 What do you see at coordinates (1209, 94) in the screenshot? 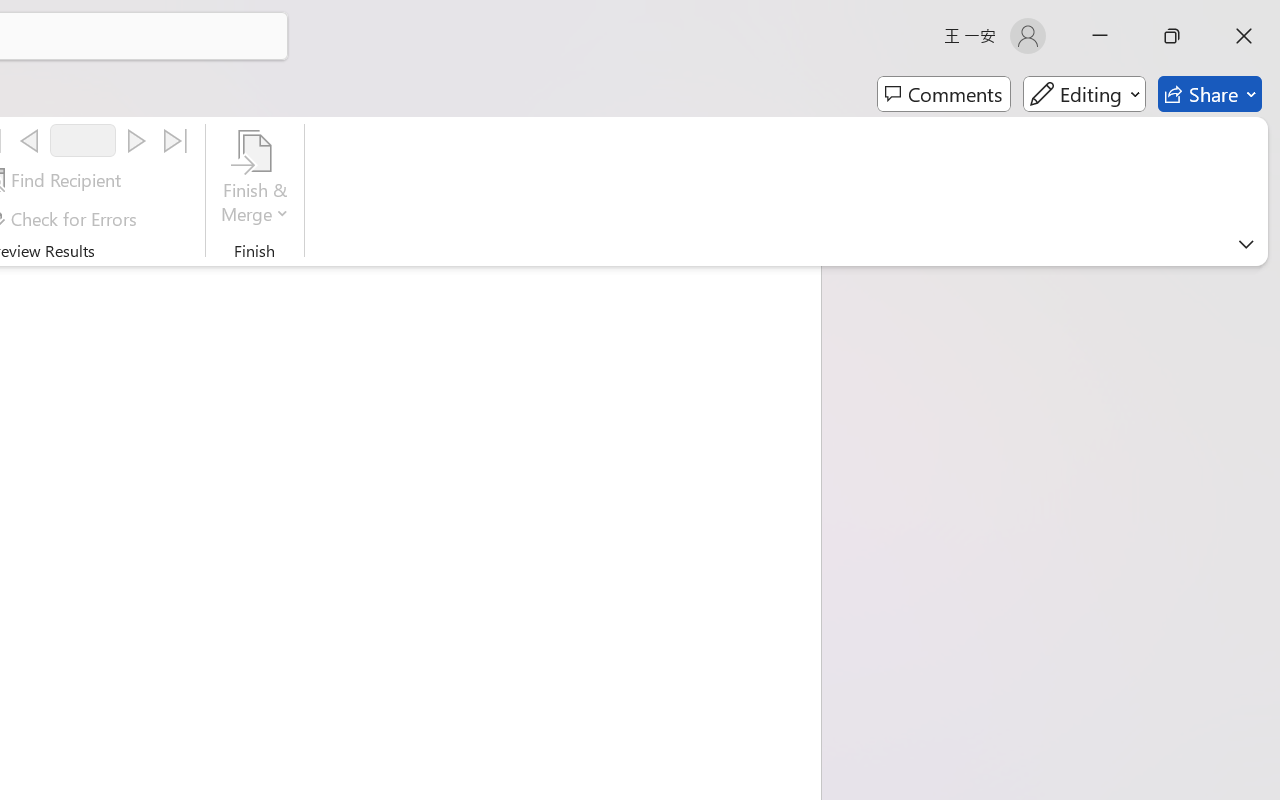
I see `'Share'` at bounding box center [1209, 94].